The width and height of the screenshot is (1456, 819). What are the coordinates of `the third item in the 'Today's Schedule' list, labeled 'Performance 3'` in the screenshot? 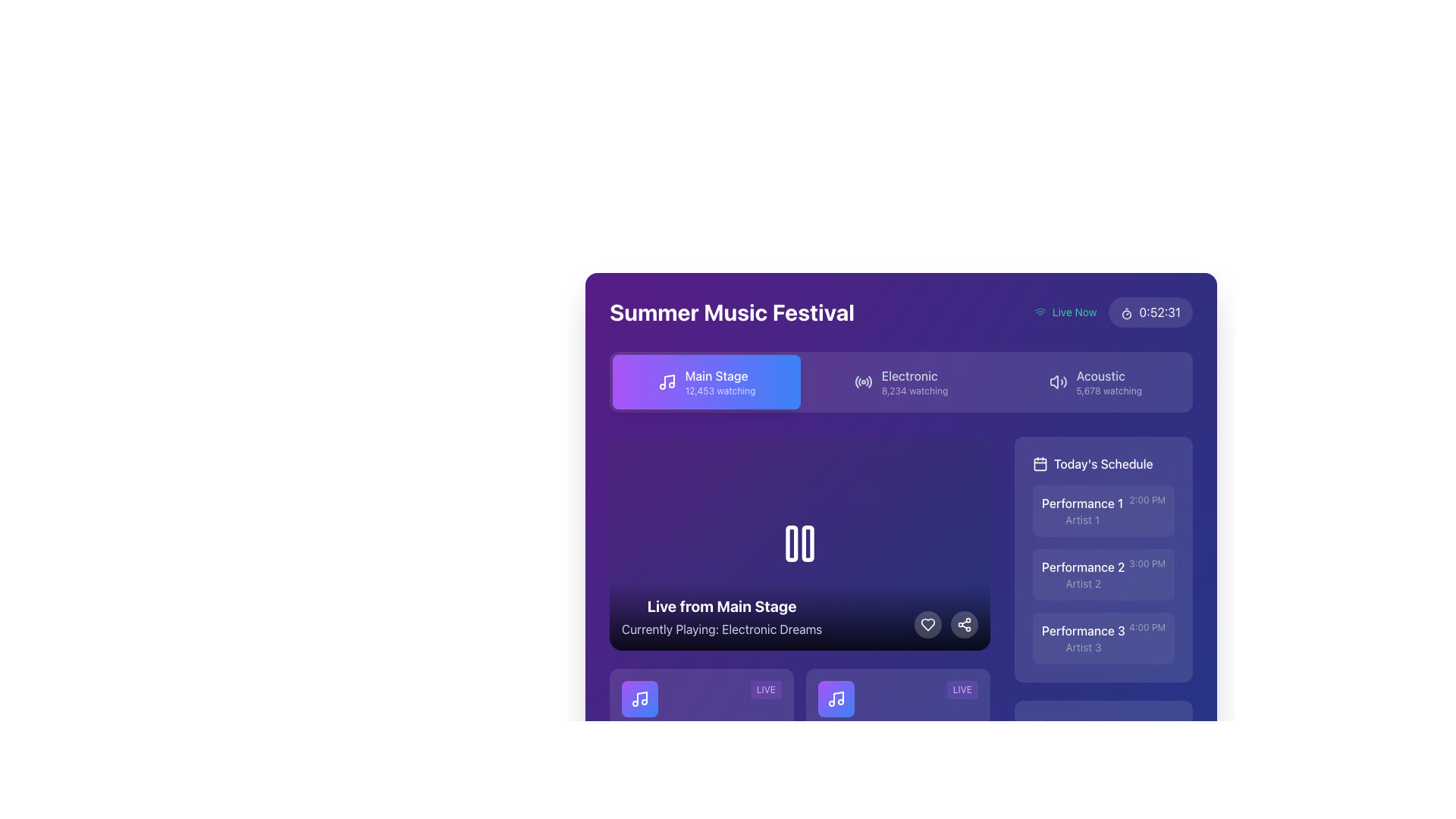 It's located at (1103, 638).